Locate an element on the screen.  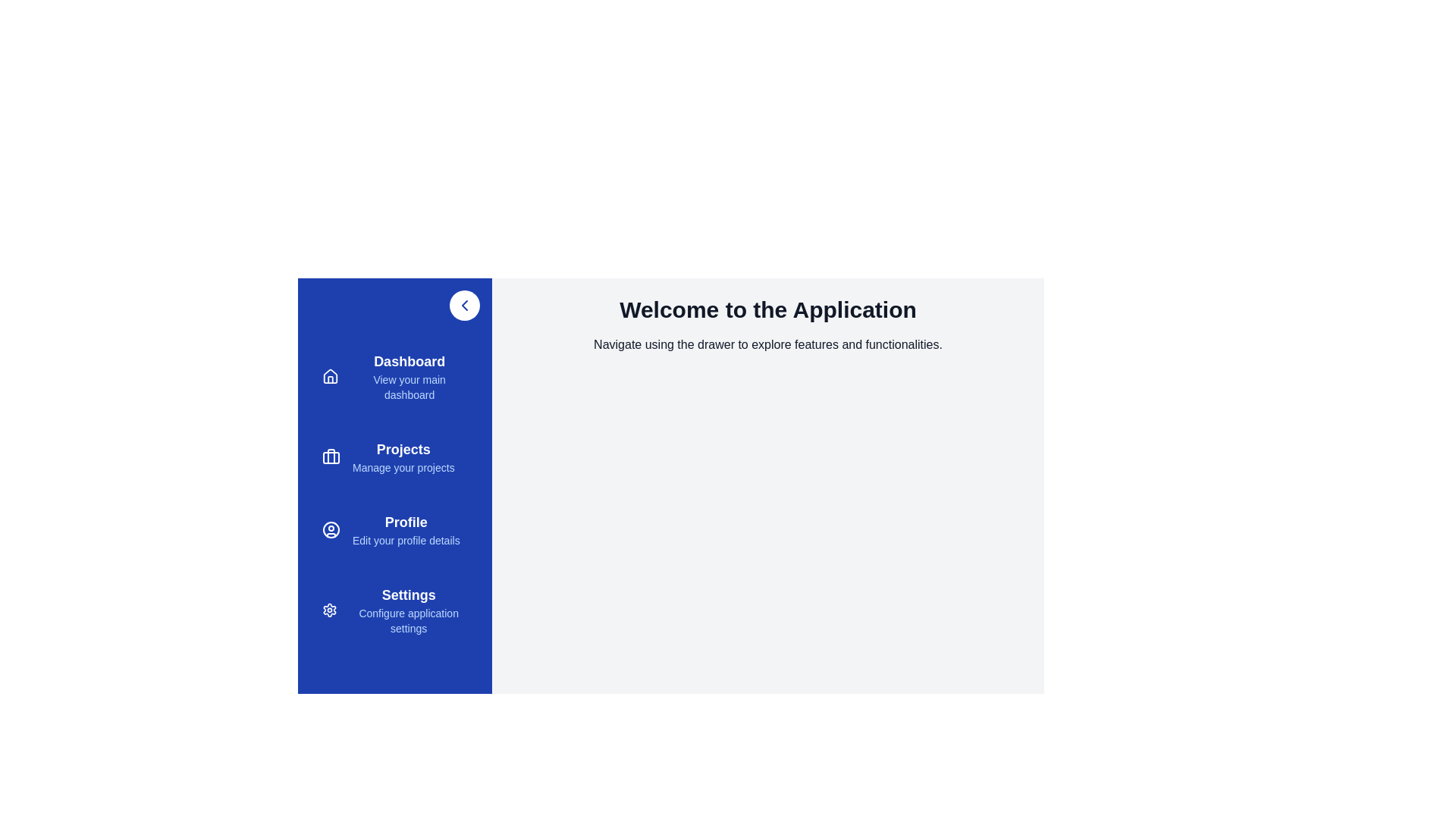
the menu item Projects to view its hover effect is located at coordinates (395, 456).